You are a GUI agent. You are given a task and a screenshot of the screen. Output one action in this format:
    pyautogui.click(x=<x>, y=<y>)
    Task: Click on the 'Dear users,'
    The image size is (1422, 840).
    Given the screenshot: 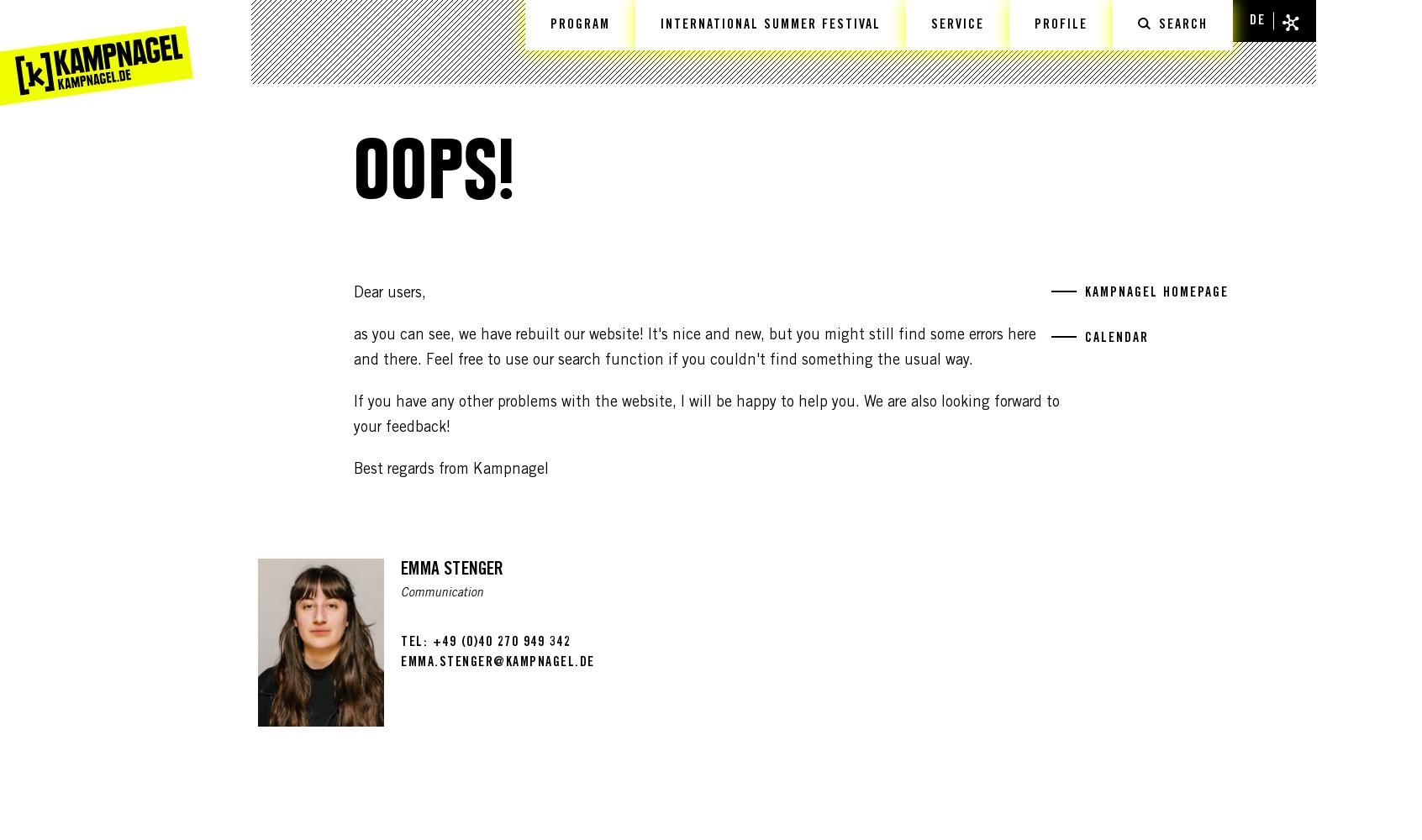 What is the action you would take?
    pyautogui.click(x=387, y=293)
    